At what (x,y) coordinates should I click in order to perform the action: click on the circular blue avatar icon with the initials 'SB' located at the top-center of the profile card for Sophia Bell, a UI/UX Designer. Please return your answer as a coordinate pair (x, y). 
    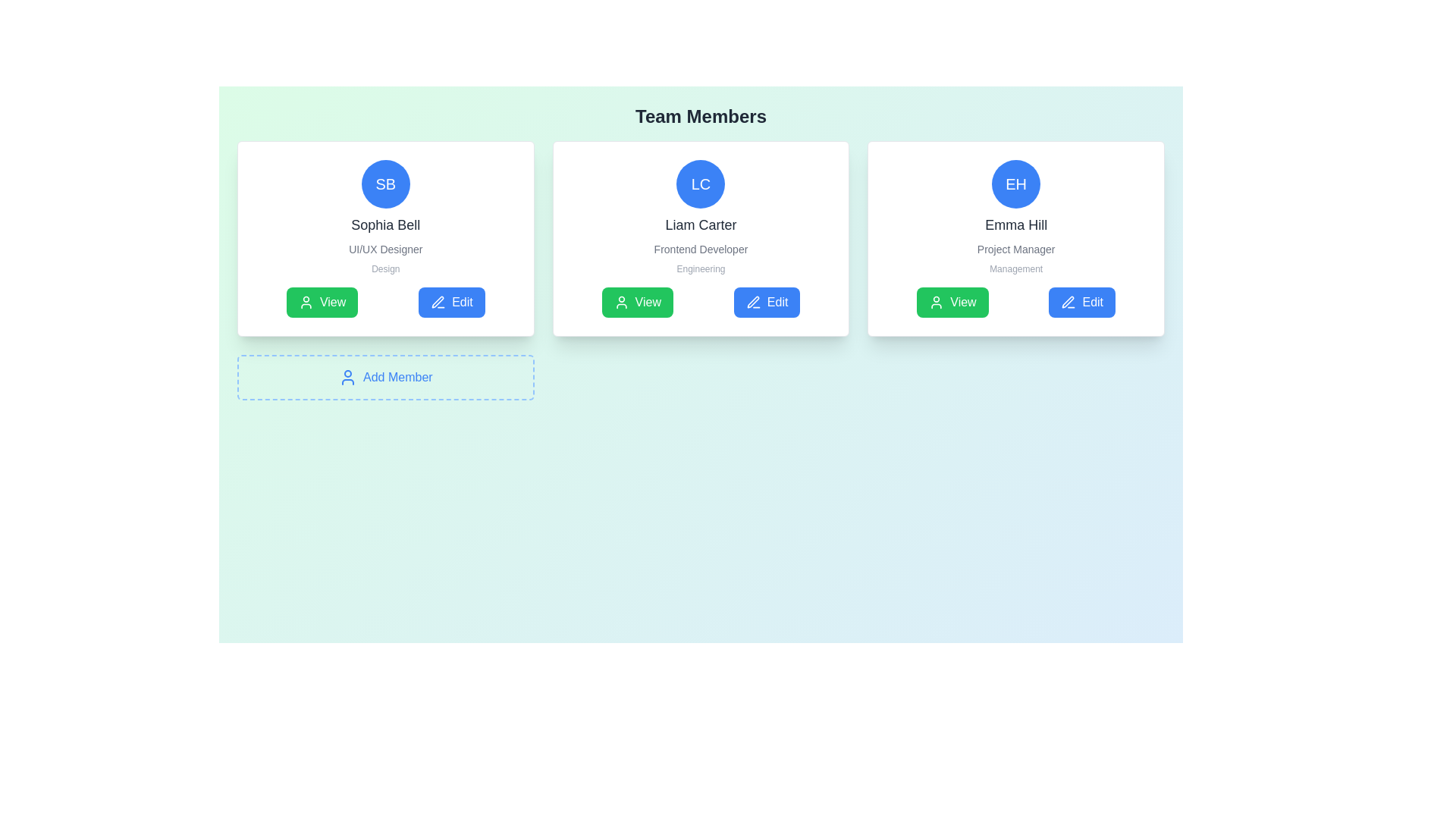
    Looking at the image, I should click on (385, 184).